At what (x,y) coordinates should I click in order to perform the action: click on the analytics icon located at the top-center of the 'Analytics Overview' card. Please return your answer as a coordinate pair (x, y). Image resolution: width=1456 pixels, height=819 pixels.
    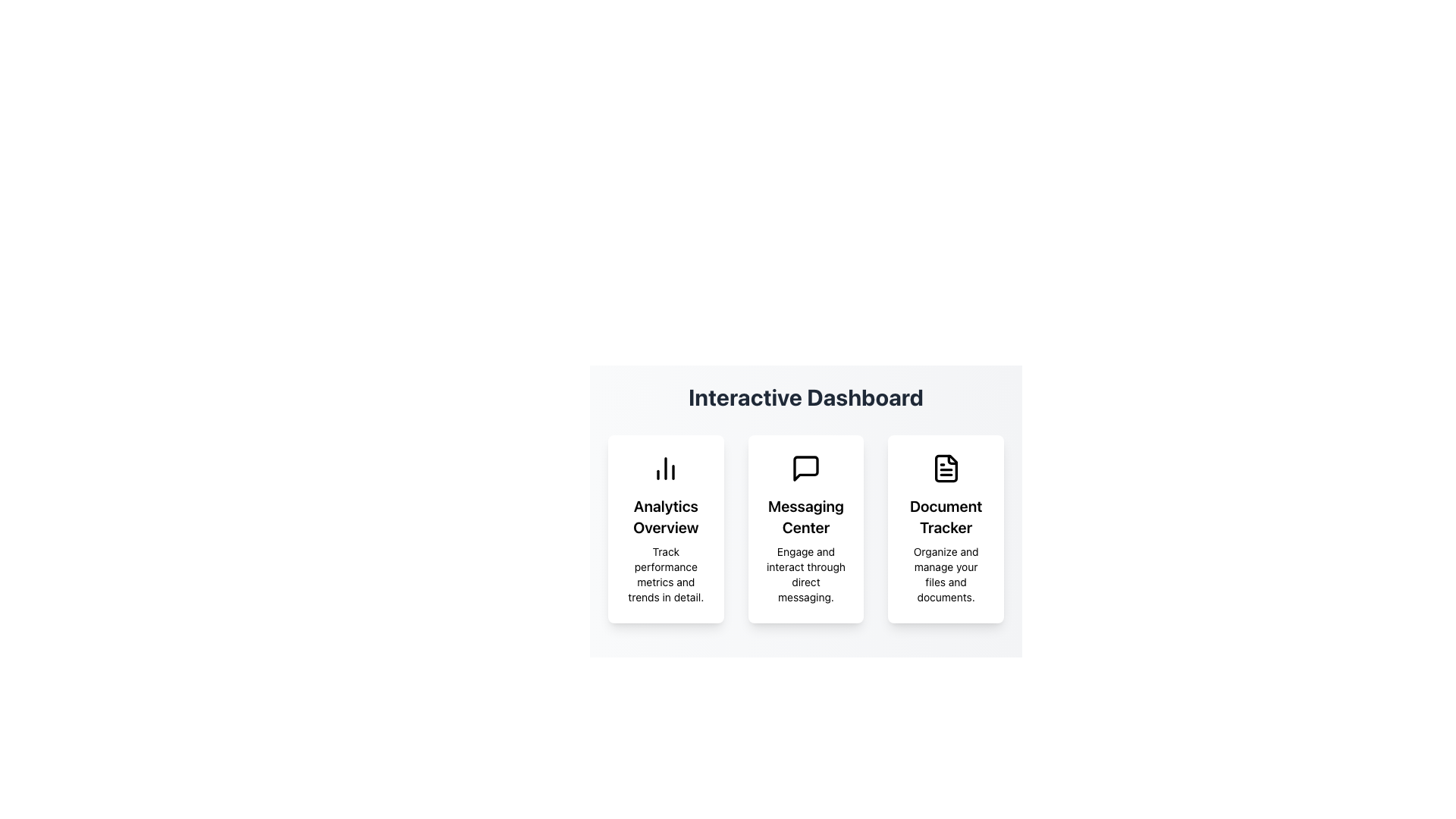
    Looking at the image, I should click on (666, 467).